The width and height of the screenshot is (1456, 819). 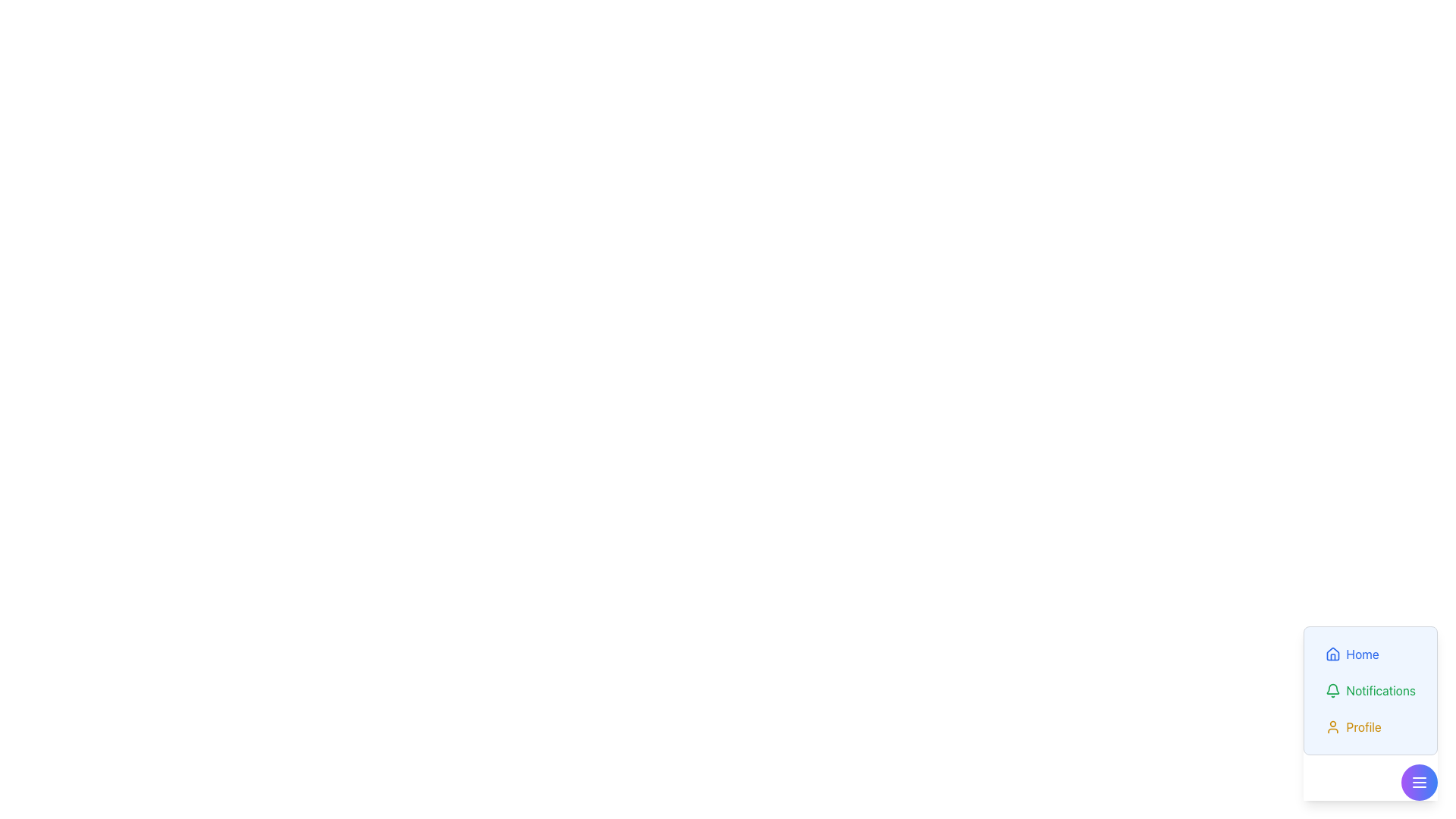 I want to click on the 'Notifications' menu item with a bell icon to change its text color to a darker green, so click(x=1370, y=690).